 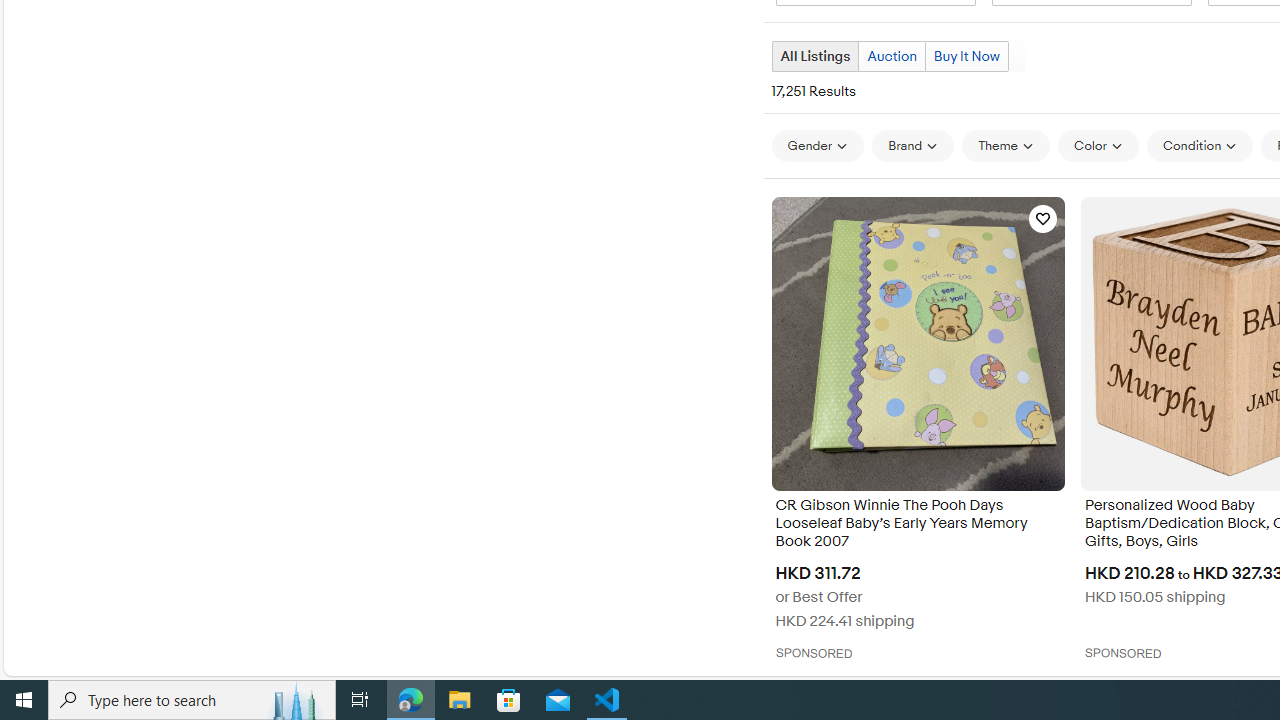 What do you see at coordinates (891, 55) in the screenshot?
I see `'Auction'` at bounding box center [891, 55].